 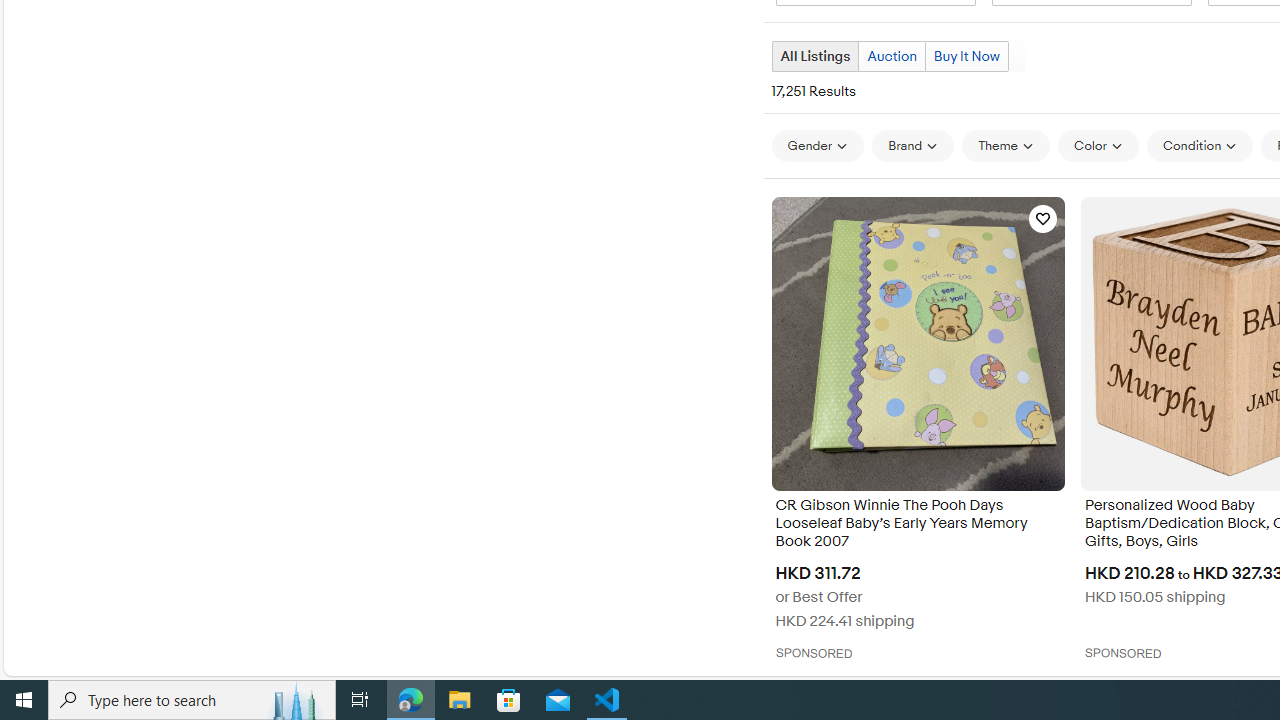 What do you see at coordinates (891, 55) in the screenshot?
I see `'Auction'` at bounding box center [891, 55].